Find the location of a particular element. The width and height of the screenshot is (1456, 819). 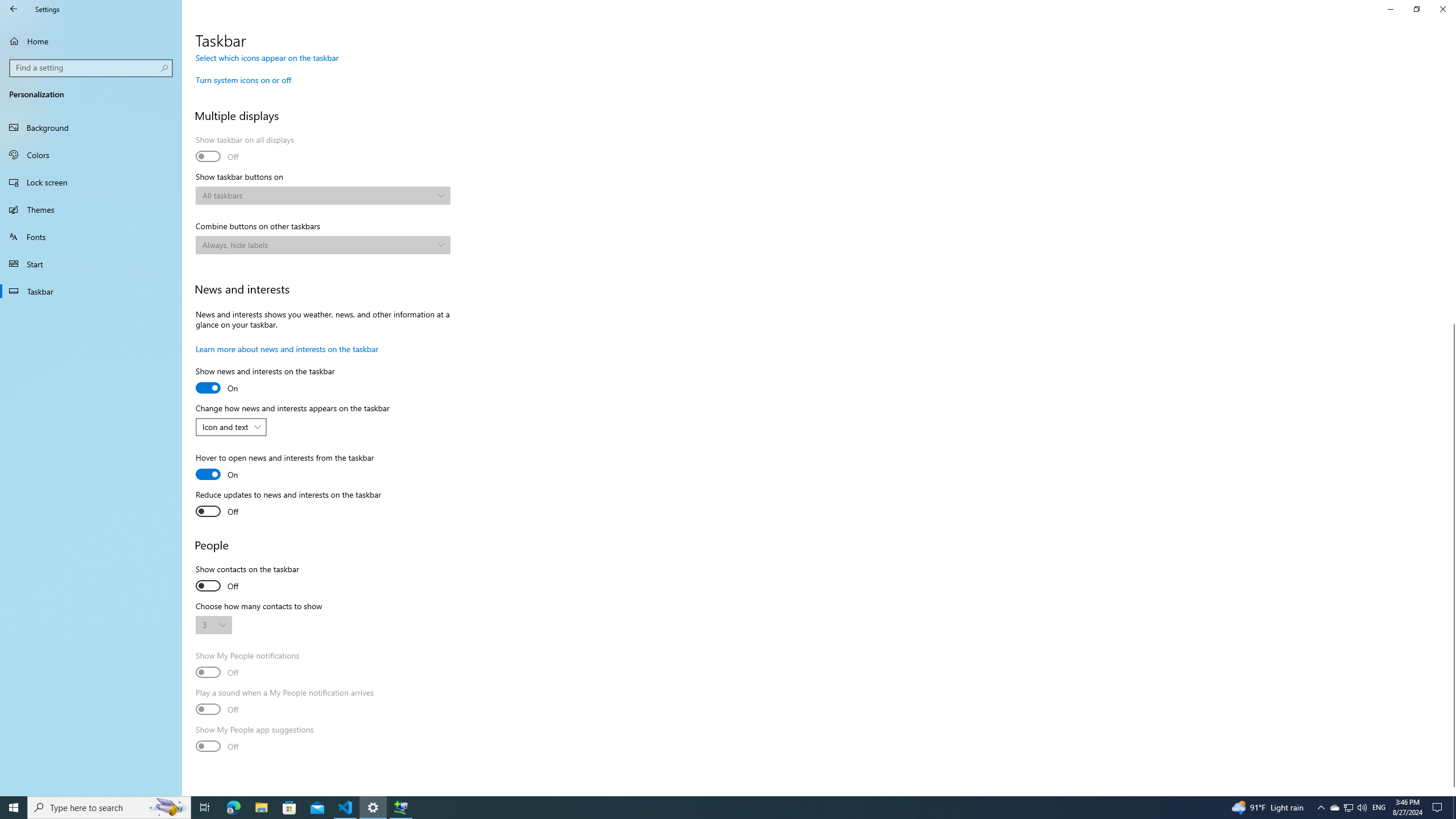

'Colors' is located at coordinates (90, 154).